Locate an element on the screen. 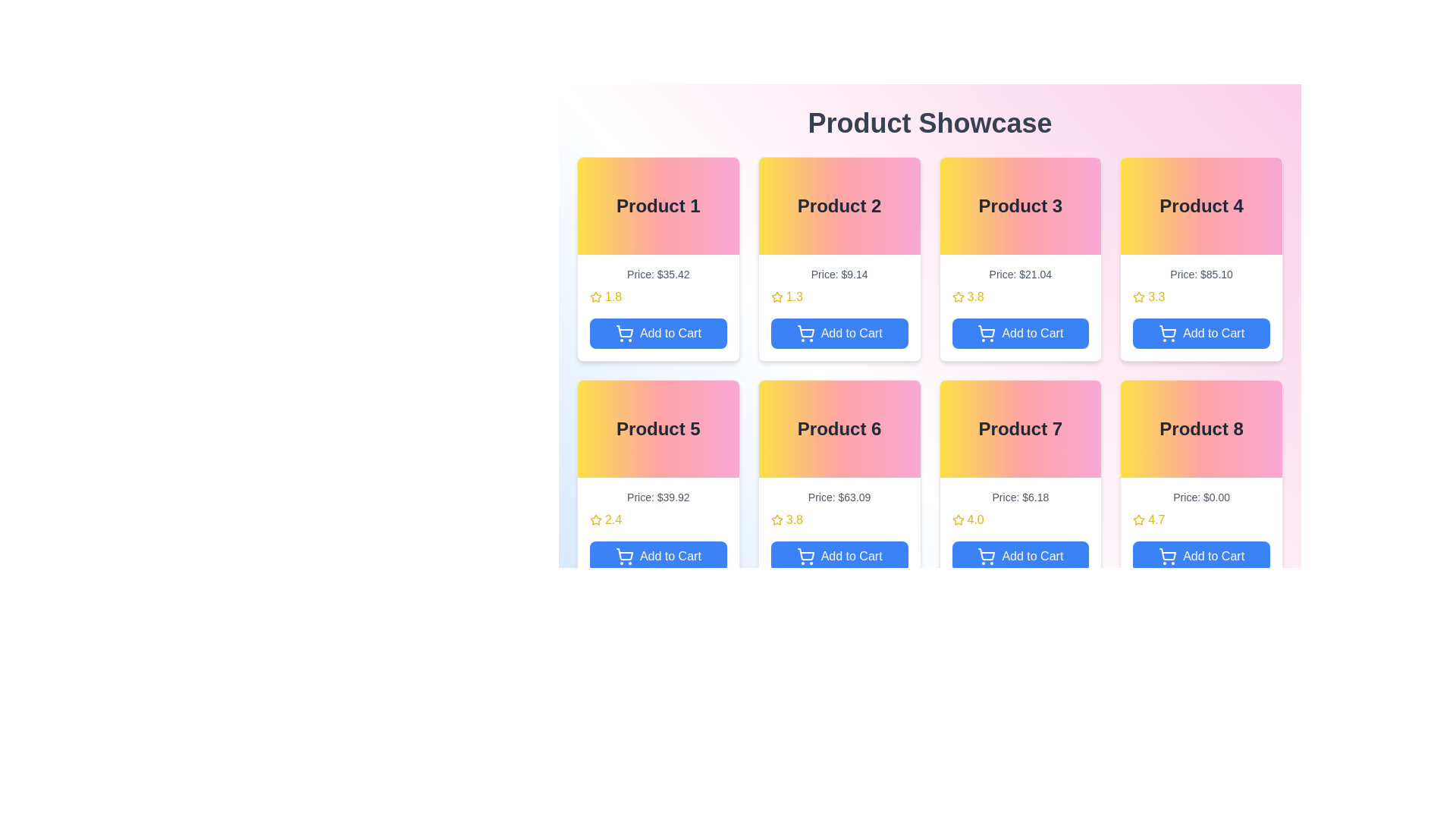 The image size is (1456, 819). the 'Add to Cart' button located in the product card for 'Product 6', which is positioned in the second row and second column of the product grid is located at coordinates (839, 556).